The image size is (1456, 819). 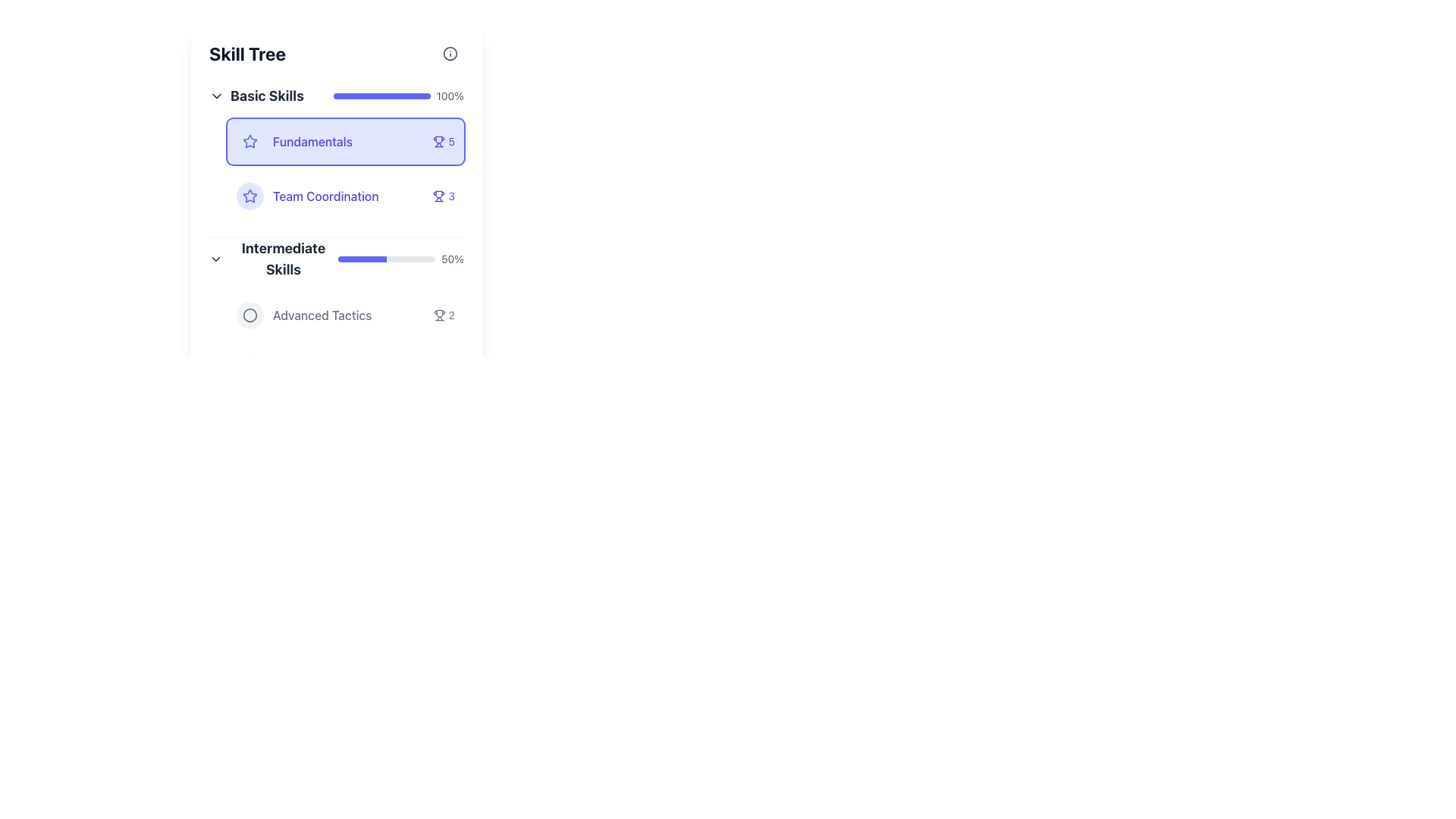 What do you see at coordinates (250, 315) in the screenshot?
I see `the Circular Button or Icon located in the 'Intermediate Skills' section next to 'Advanced Tactics'` at bounding box center [250, 315].